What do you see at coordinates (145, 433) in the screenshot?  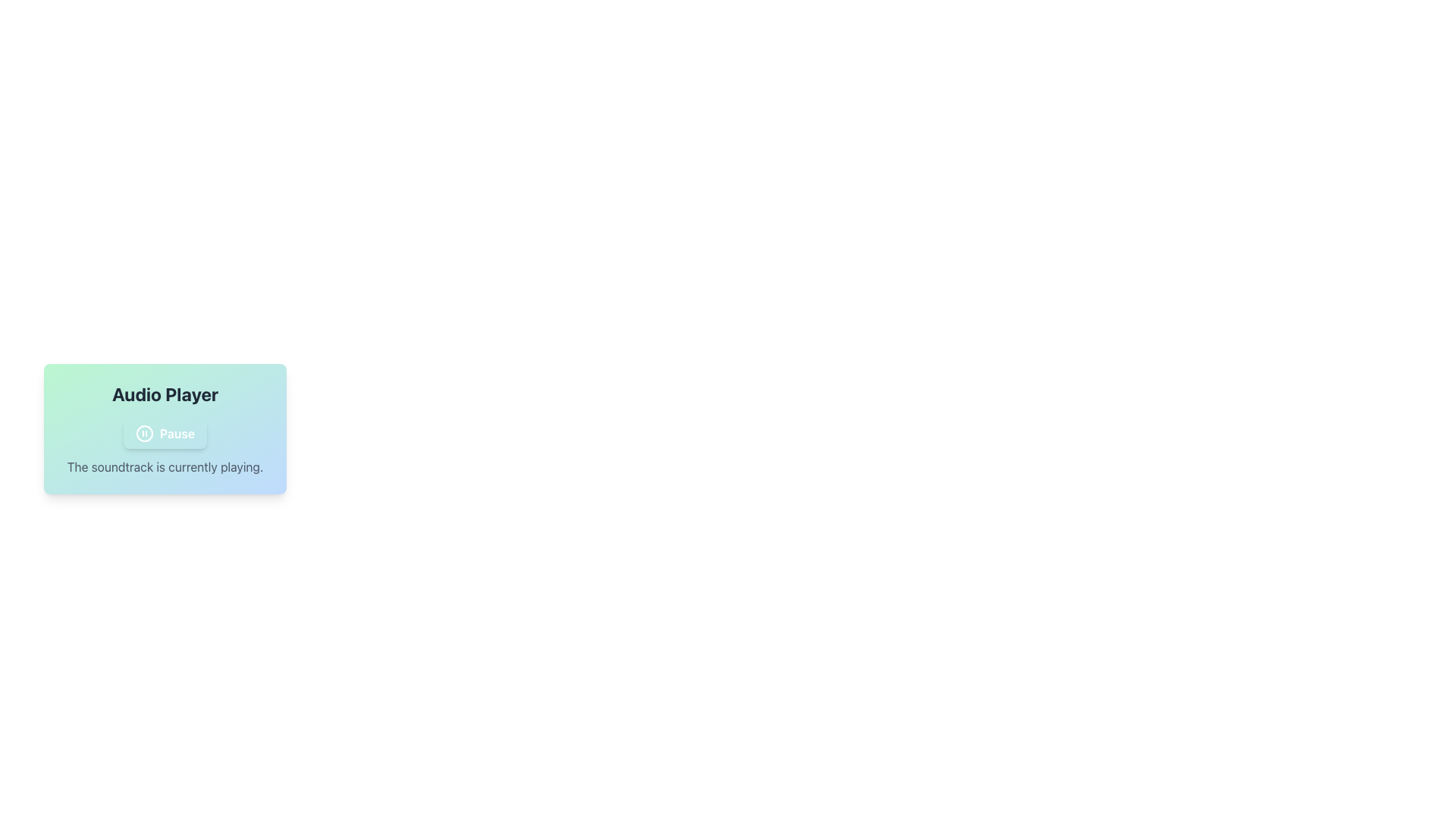 I see `the visual representation of the circular graphic within the pause icon located at the center of the 'Pause' button in the audio player interface` at bounding box center [145, 433].